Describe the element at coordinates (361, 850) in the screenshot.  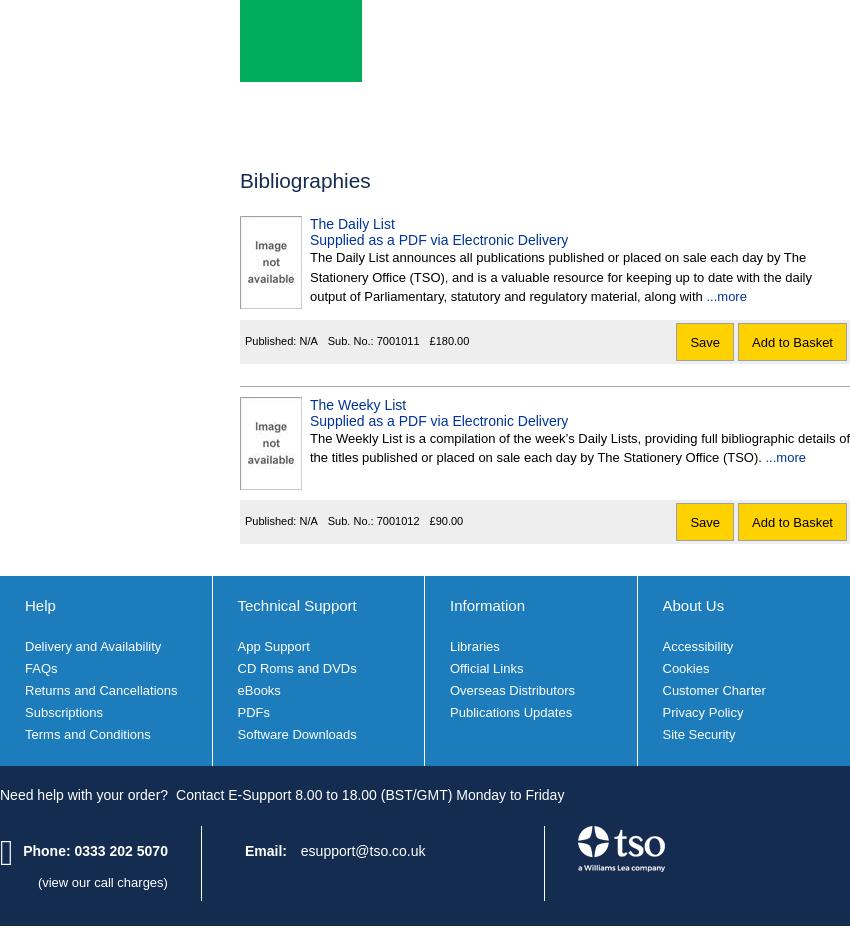
I see `'esupport@tso.co.uk'` at that location.